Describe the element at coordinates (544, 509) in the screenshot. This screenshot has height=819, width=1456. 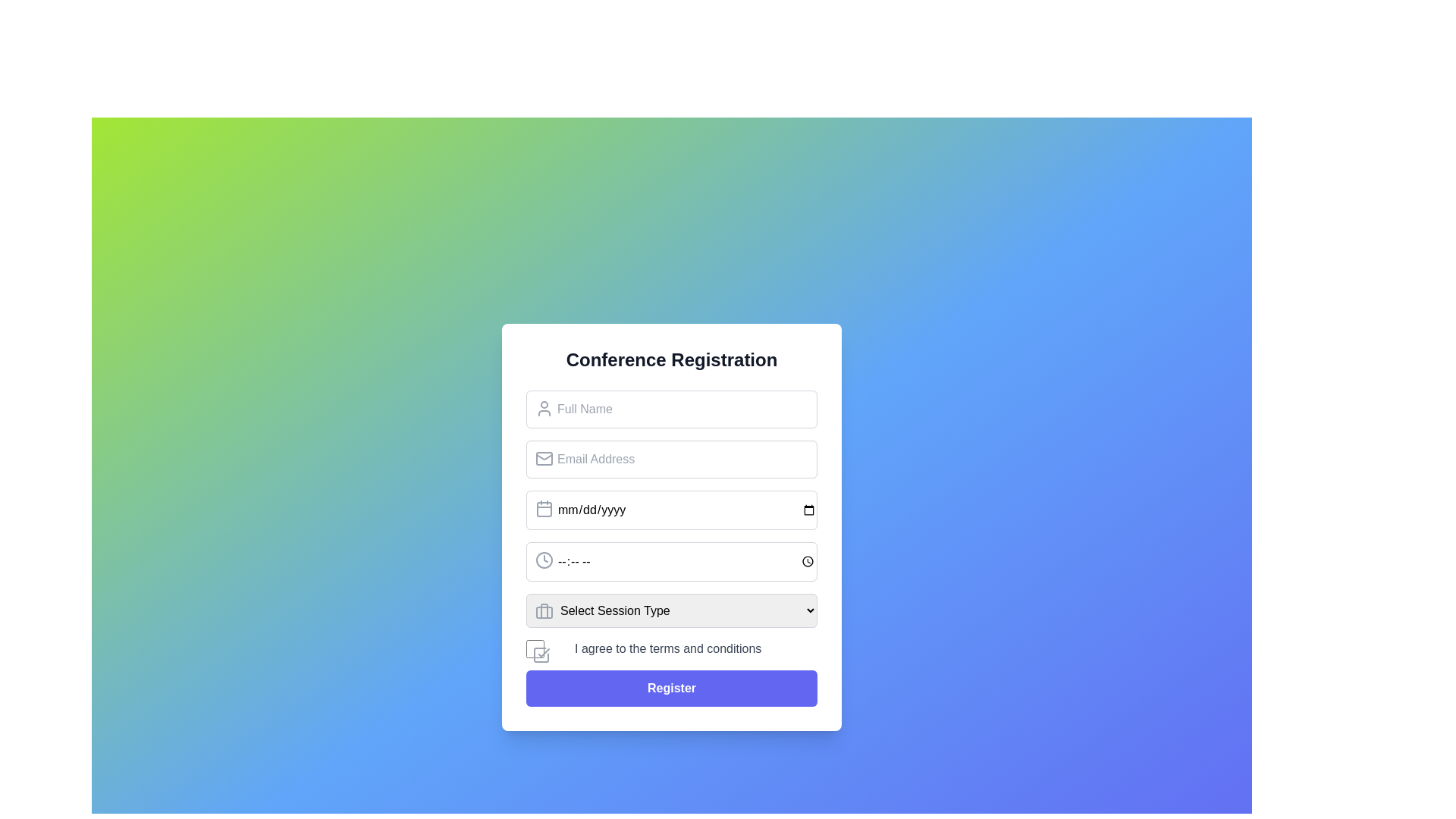
I see `the calendar icon adjacent to the date input field labeled 'mm/dd/yyyy' in the registration form` at that location.